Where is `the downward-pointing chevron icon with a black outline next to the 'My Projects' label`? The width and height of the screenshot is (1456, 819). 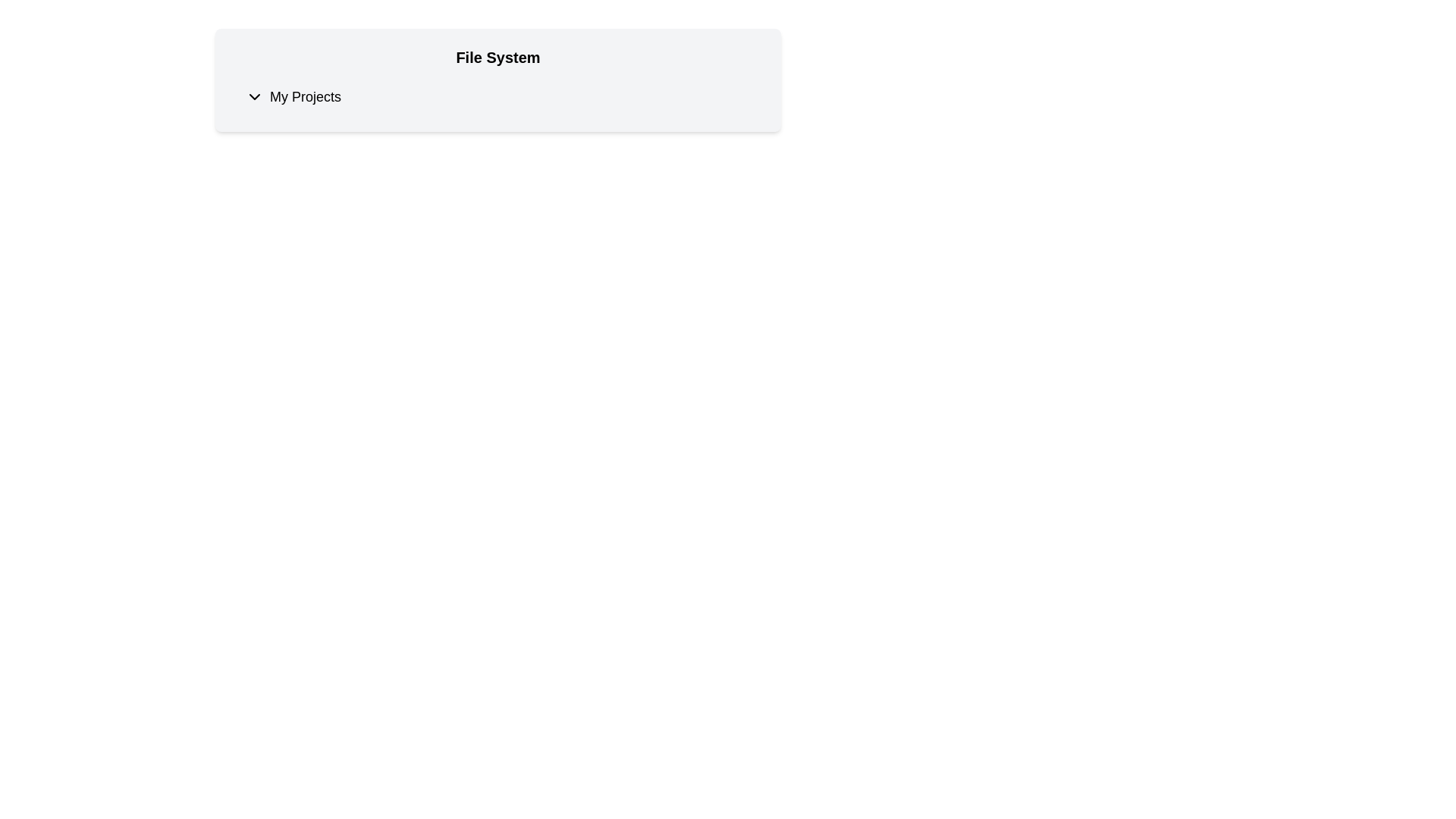 the downward-pointing chevron icon with a black outline next to the 'My Projects' label is located at coordinates (255, 96).